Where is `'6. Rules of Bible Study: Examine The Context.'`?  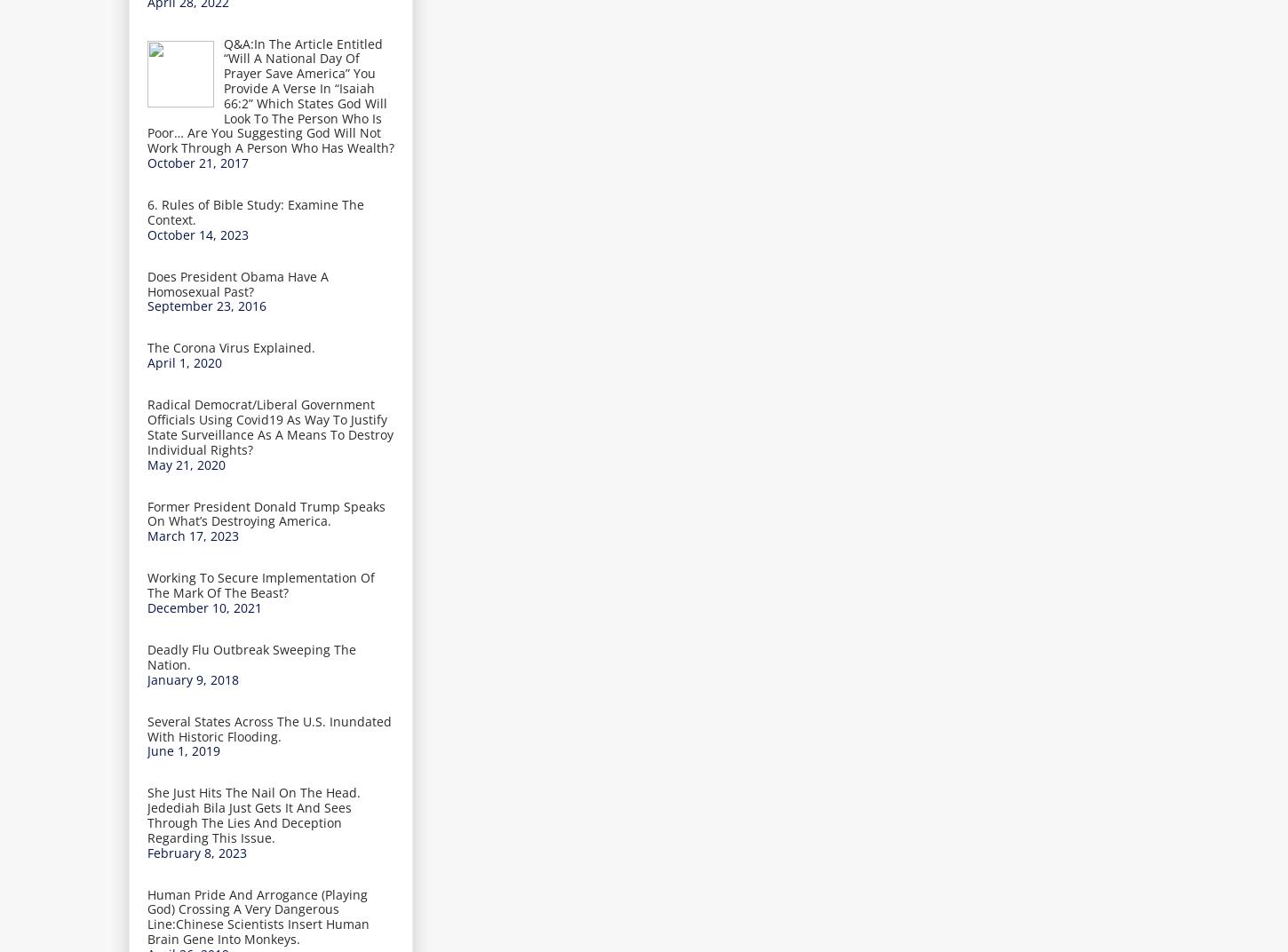 '6. Rules of Bible Study: Examine The Context.' is located at coordinates (255, 211).